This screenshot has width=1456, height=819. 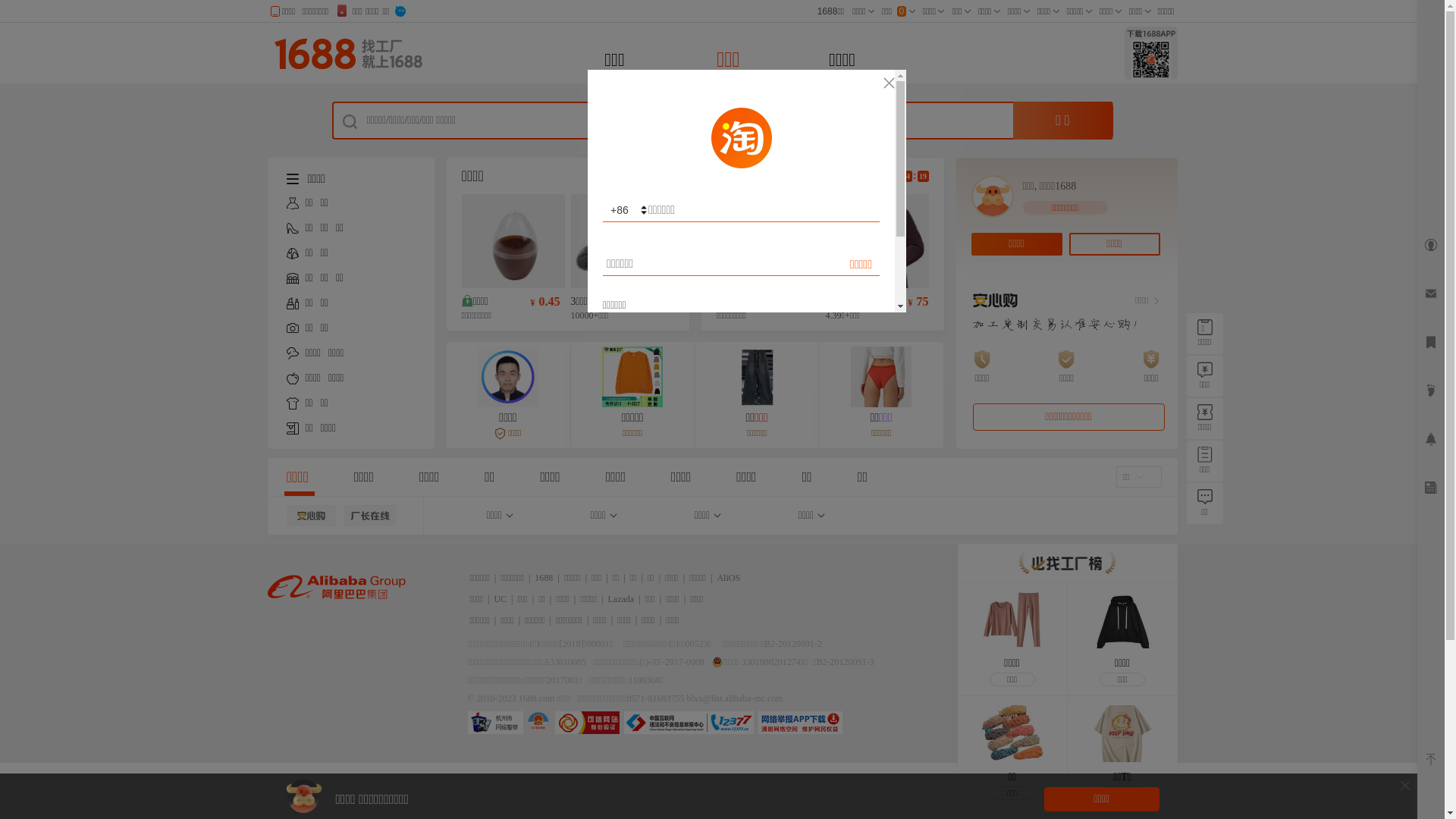 What do you see at coordinates (621, 598) in the screenshot?
I see `'Lazada'` at bounding box center [621, 598].